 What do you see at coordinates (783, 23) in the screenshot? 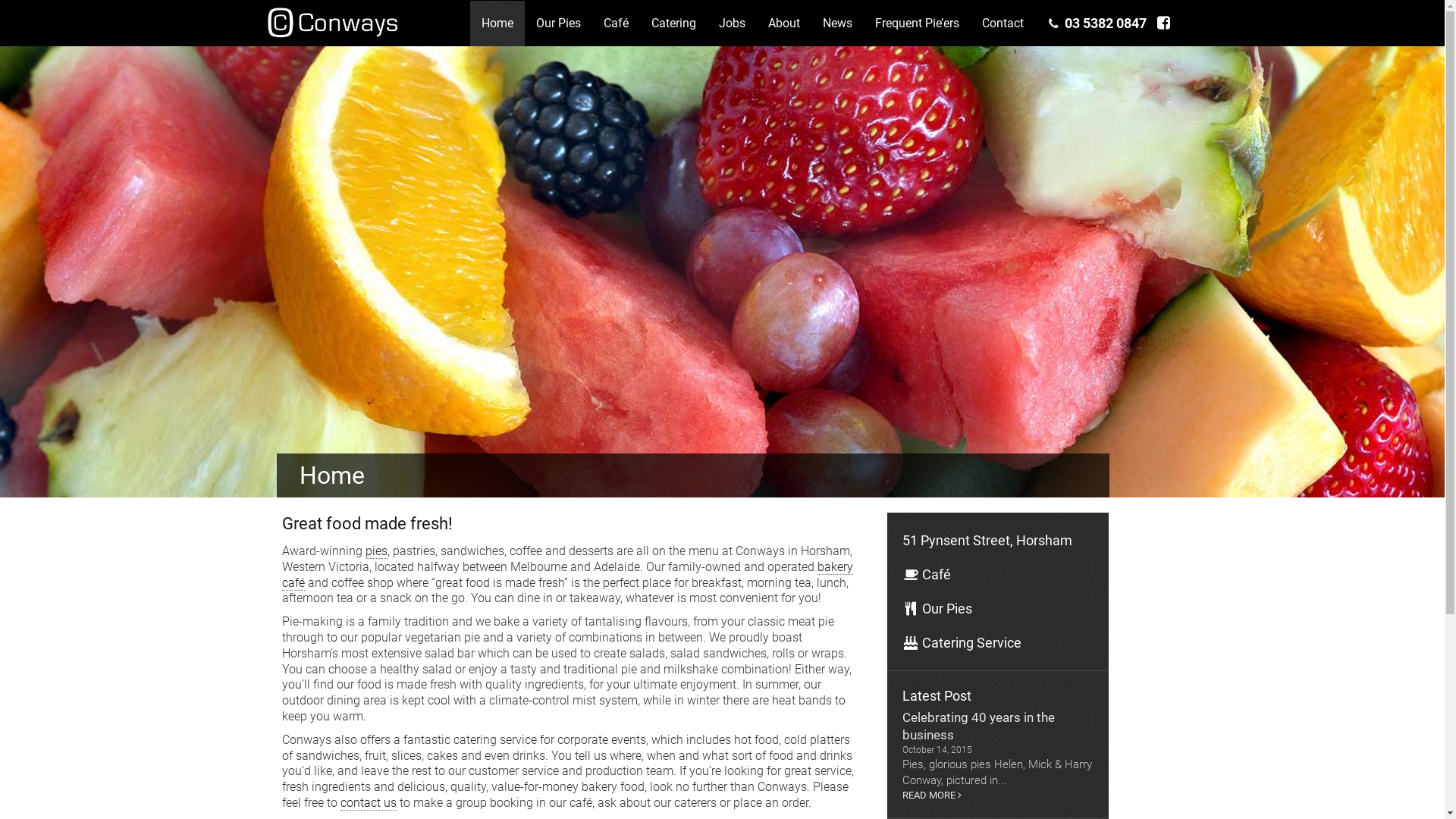
I see `'About'` at bounding box center [783, 23].